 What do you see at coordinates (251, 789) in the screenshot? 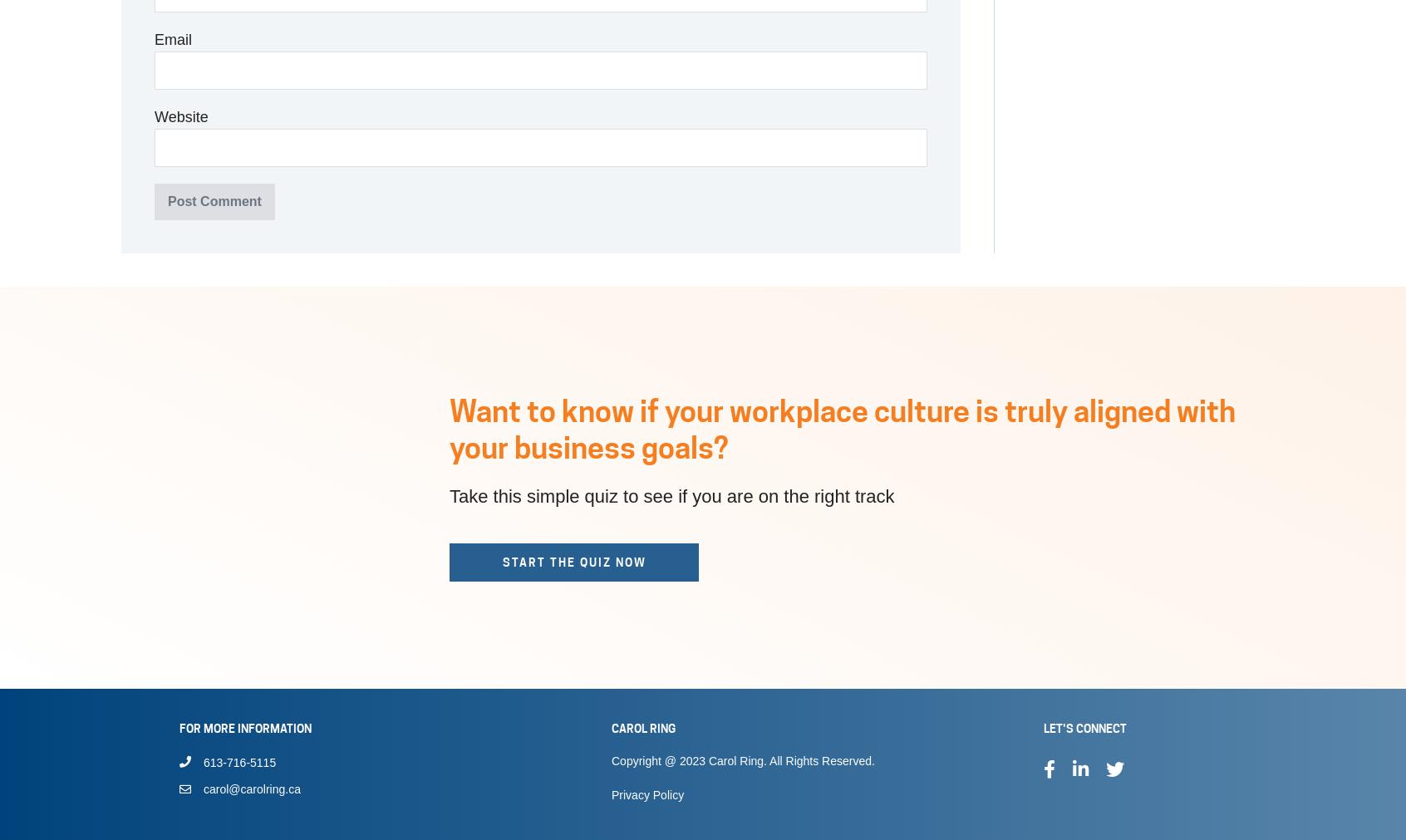
I see `'carol@carolring.ca'` at bounding box center [251, 789].